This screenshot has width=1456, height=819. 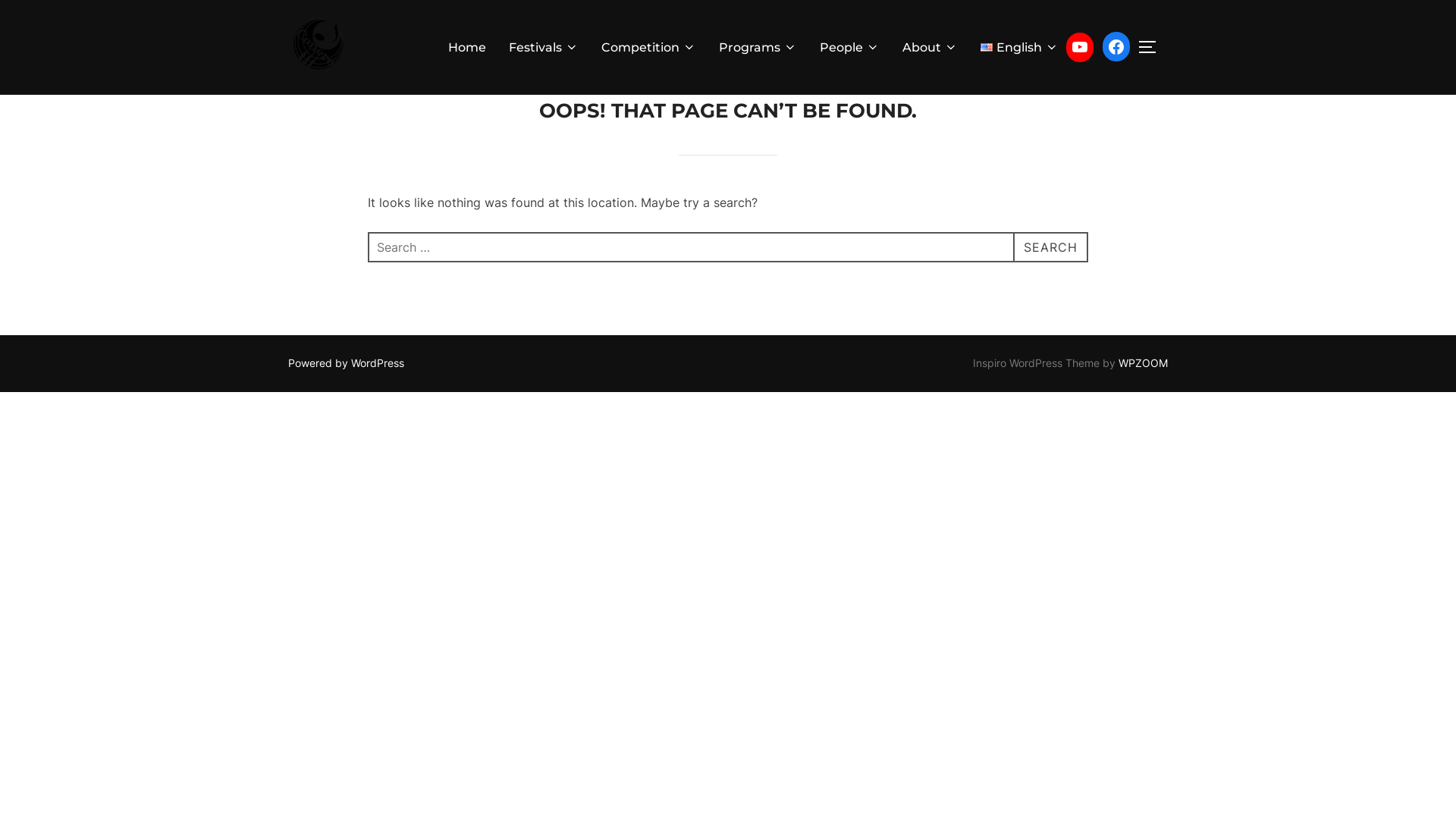 What do you see at coordinates (1153, 45) in the screenshot?
I see `'TOGGLE SIDEBAR & NAVIGATION'` at bounding box center [1153, 45].